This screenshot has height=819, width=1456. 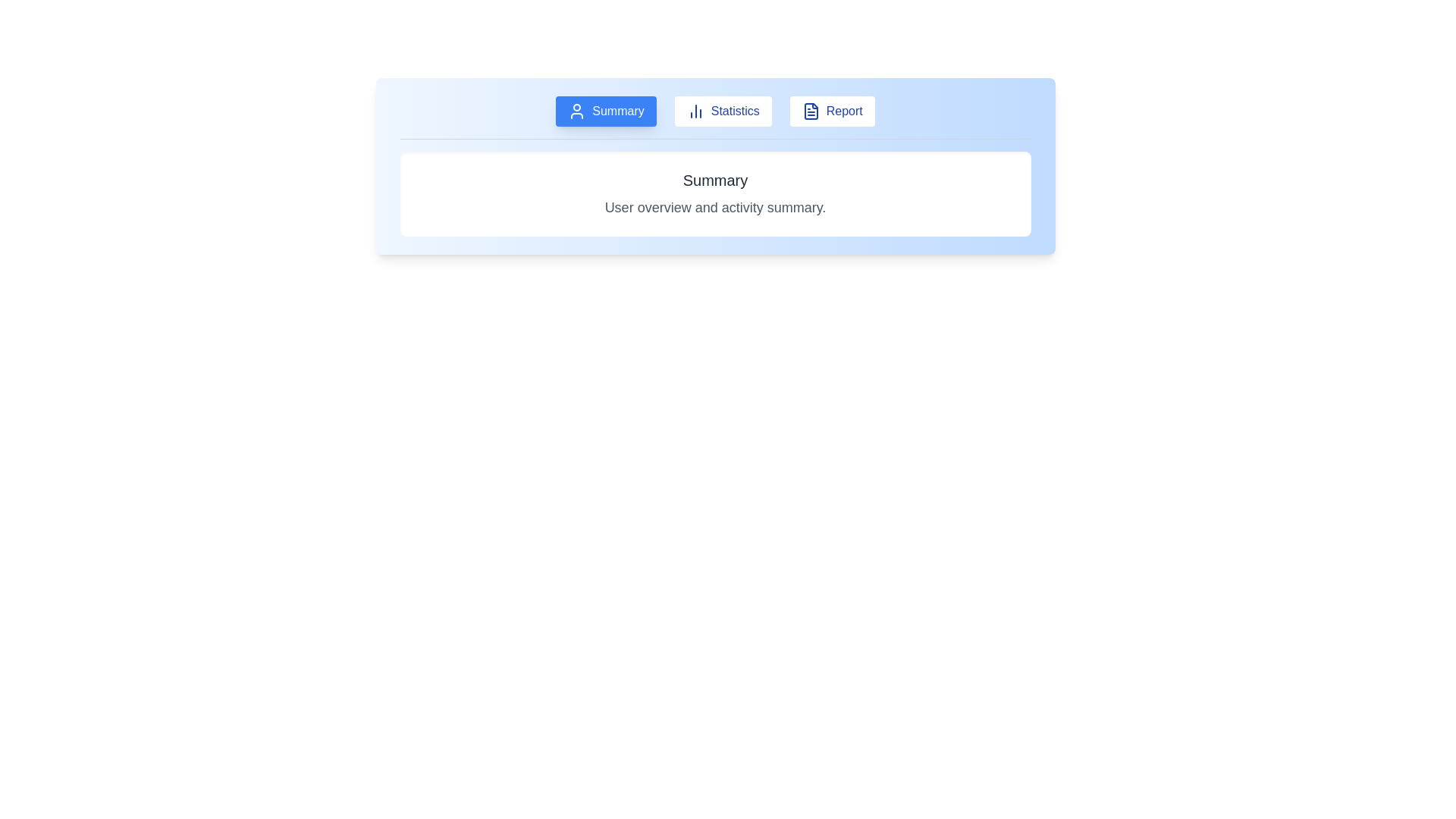 What do you see at coordinates (604, 110) in the screenshot?
I see `the Summary tab to view its content` at bounding box center [604, 110].